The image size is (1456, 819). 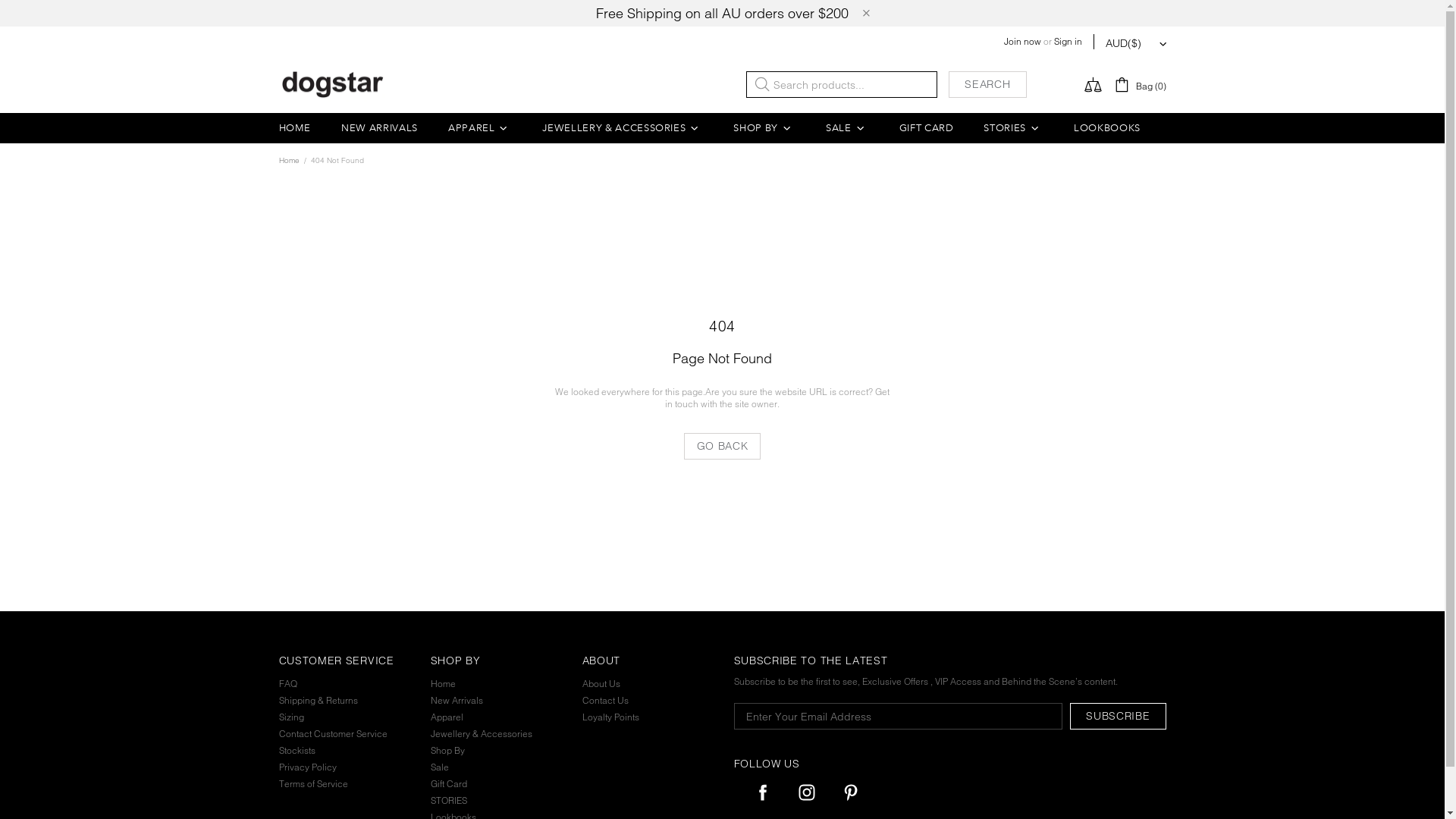 What do you see at coordinates (722, 445) in the screenshot?
I see `'GO BACK'` at bounding box center [722, 445].